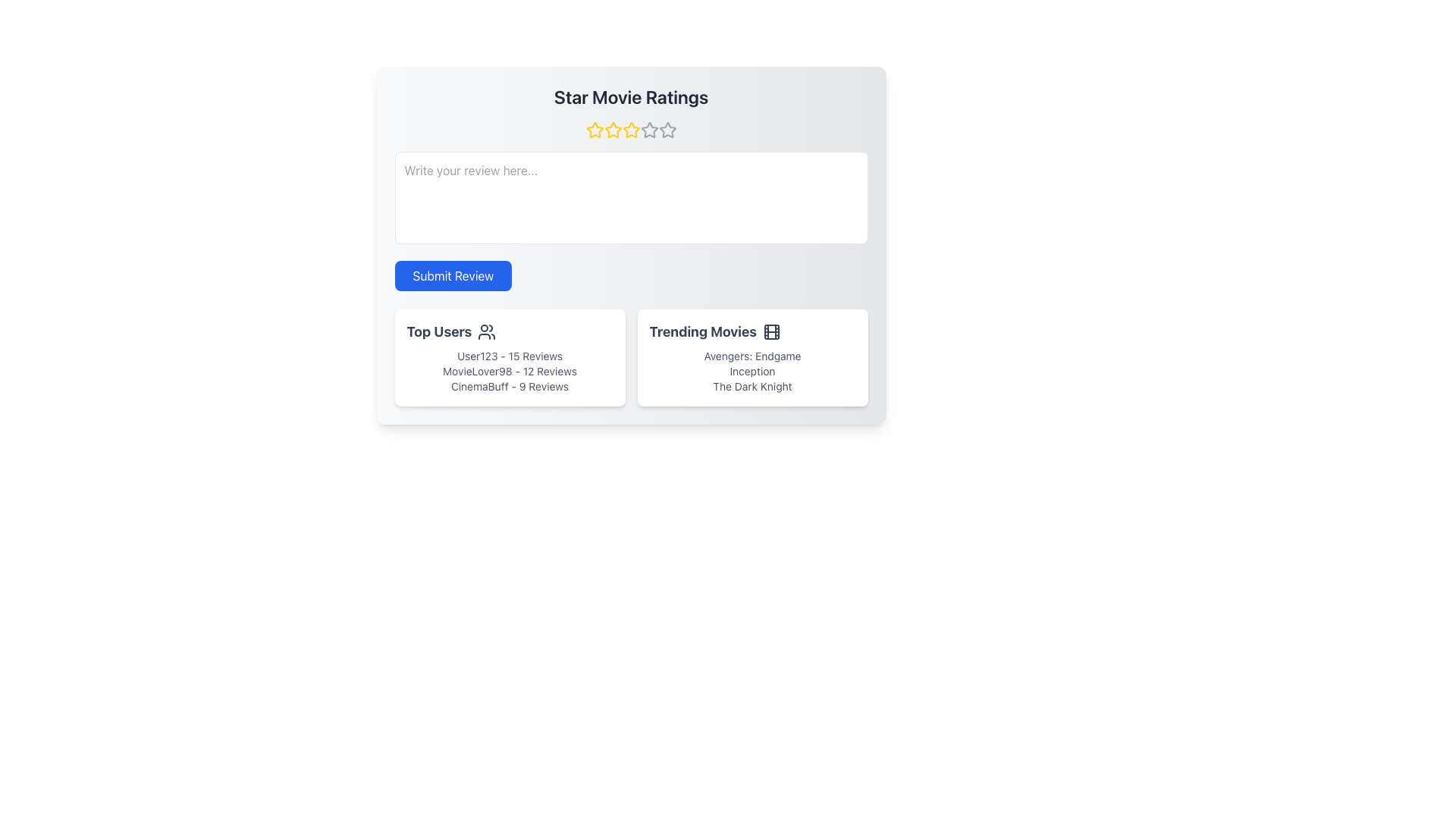 The height and width of the screenshot is (819, 1456). Describe the element at coordinates (752, 371) in the screenshot. I see `the static text element representing the title of a trending movie, located as the second listing in the 'Trending Movies' section` at that location.